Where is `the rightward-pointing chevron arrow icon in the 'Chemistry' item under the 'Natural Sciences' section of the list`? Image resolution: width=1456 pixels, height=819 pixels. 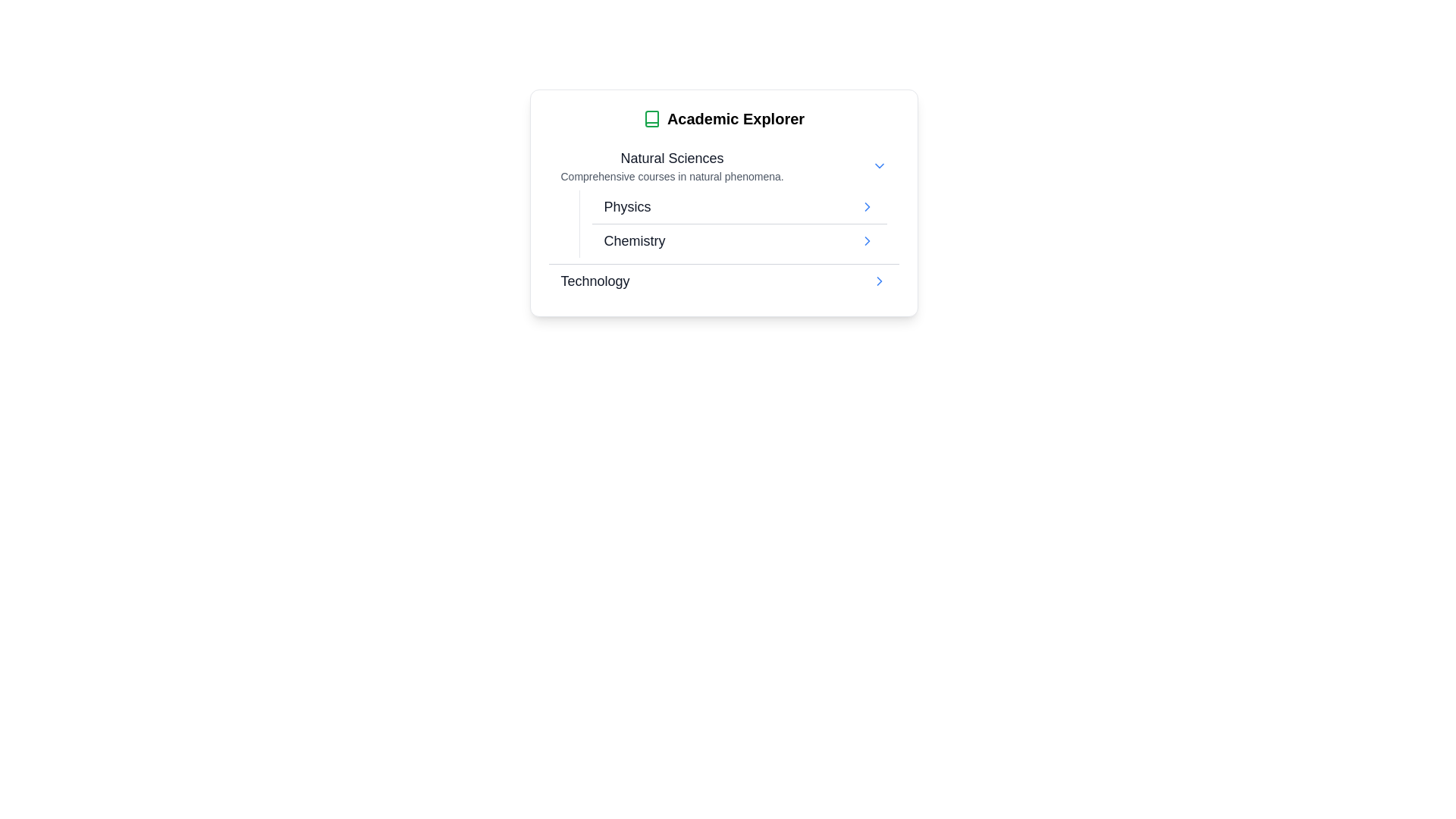 the rightward-pointing chevron arrow icon in the 'Chemistry' item under the 'Natural Sciences' section of the list is located at coordinates (867, 240).